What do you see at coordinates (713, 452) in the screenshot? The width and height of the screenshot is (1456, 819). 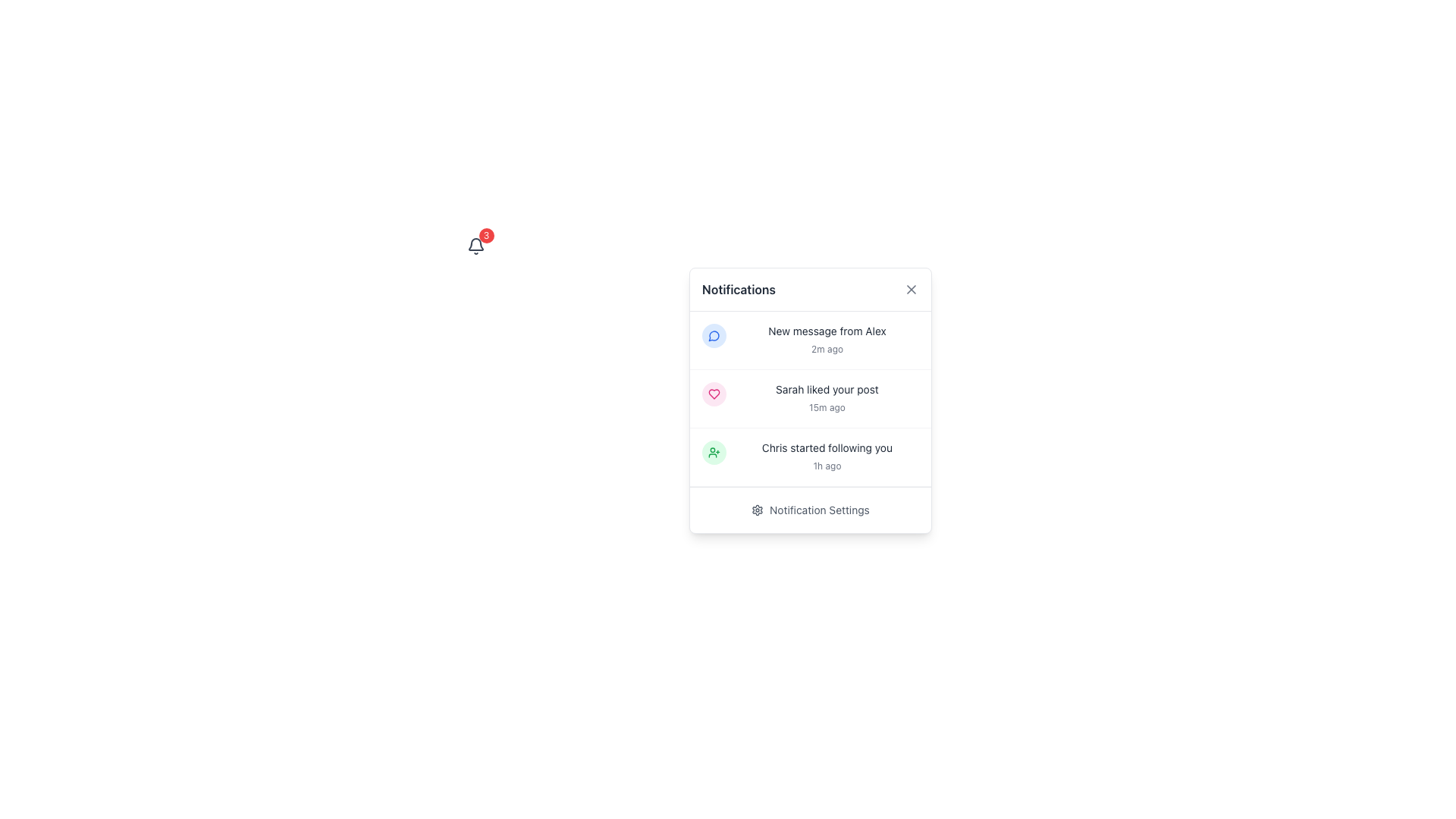 I see `the green circular icon with a user silhouette and '+' symbol, located to the left of the notification text 'Chris started following you'` at bounding box center [713, 452].